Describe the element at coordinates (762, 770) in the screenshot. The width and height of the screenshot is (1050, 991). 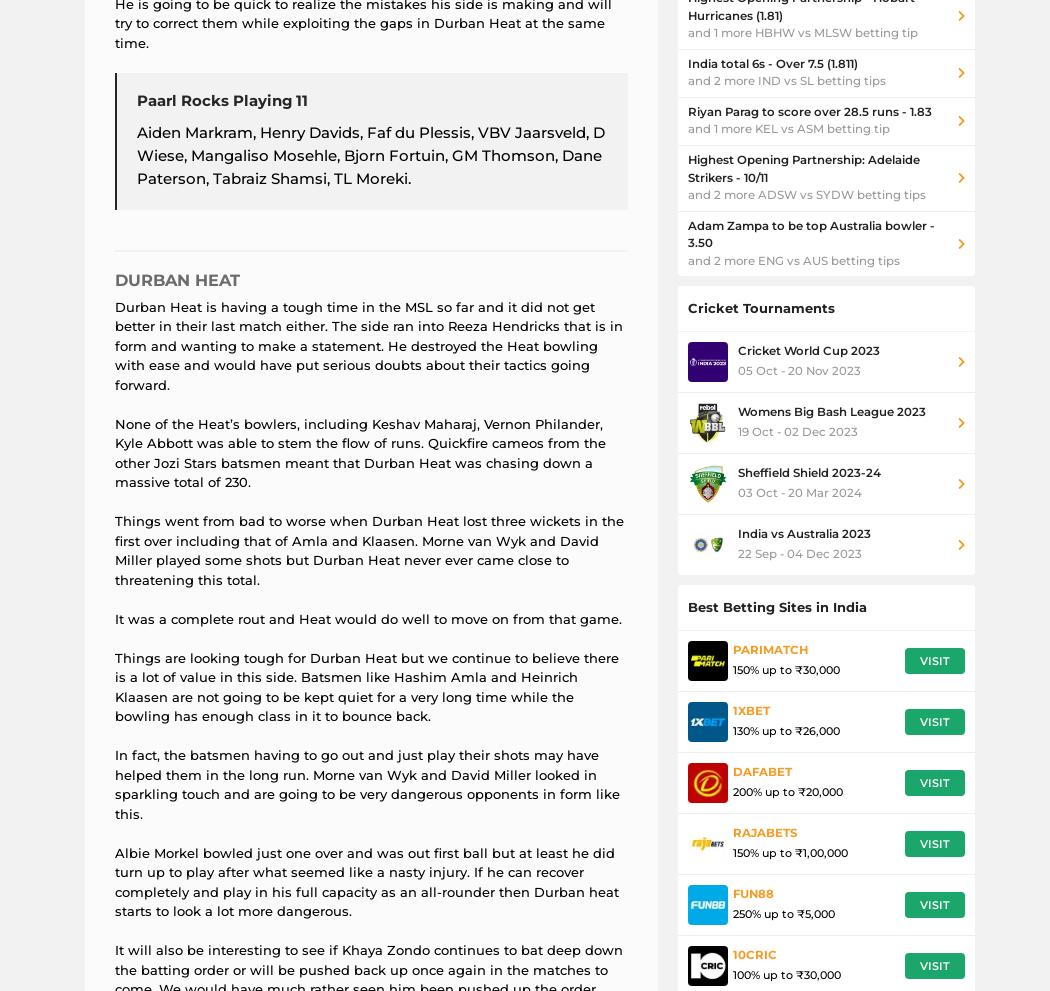
I see `'Dafabet'` at that location.